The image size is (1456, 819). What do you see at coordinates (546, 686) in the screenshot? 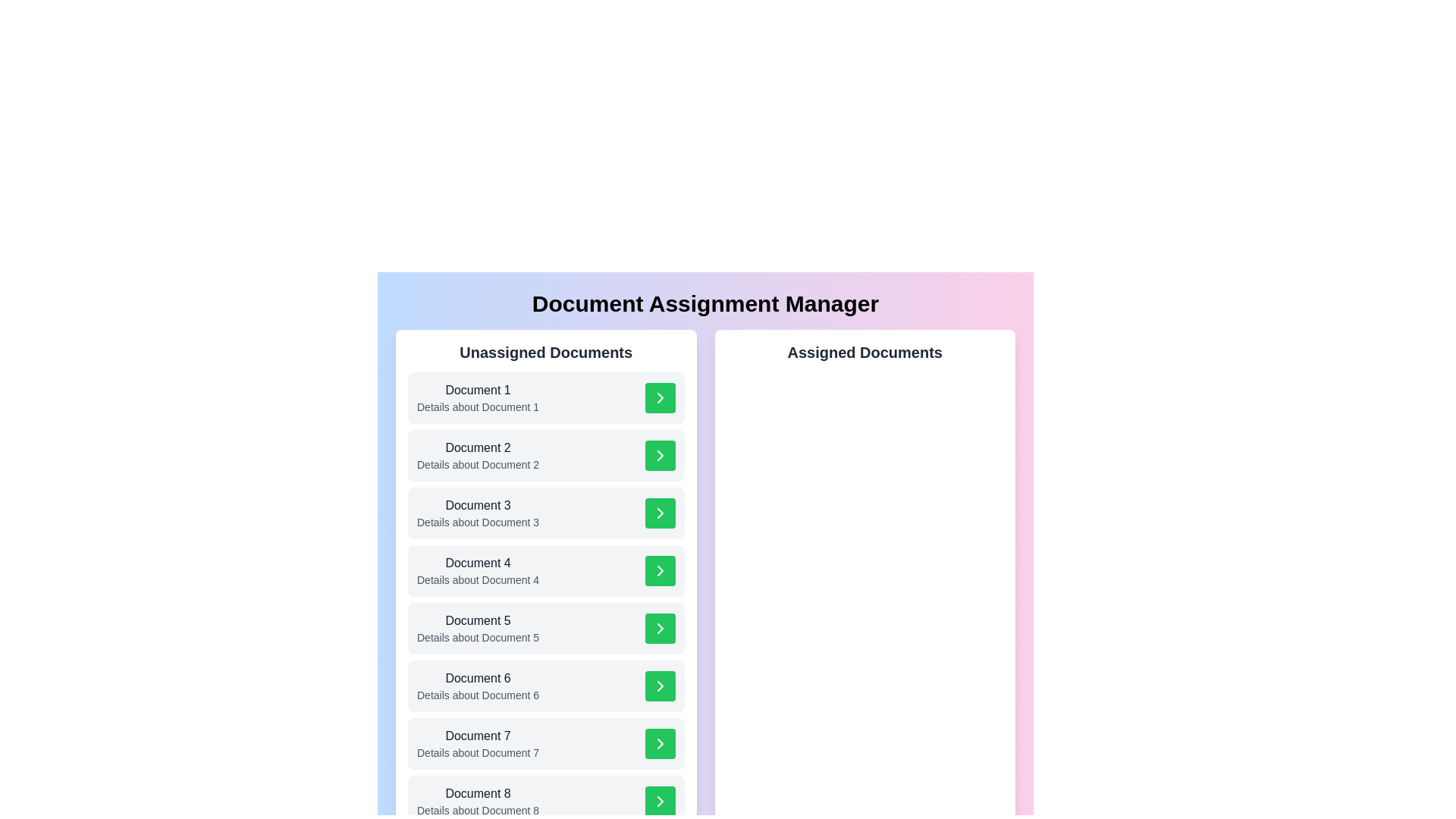
I see `the sixth list item in the 'Unassigned Documents' section` at bounding box center [546, 686].